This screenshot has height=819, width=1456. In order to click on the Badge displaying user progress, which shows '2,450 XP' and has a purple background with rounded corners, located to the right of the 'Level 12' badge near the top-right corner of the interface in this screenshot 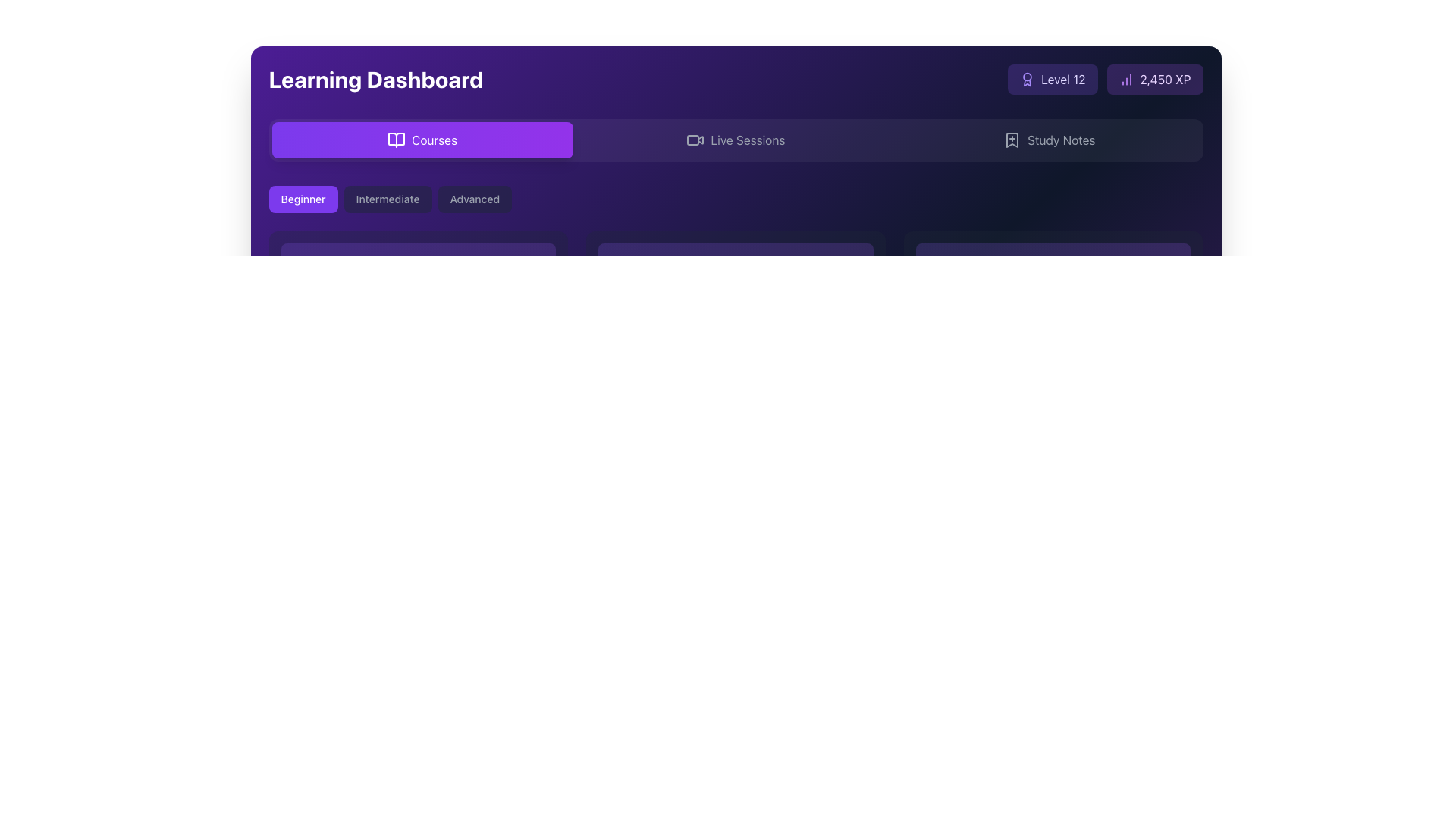, I will do `click(1153, 79)`.